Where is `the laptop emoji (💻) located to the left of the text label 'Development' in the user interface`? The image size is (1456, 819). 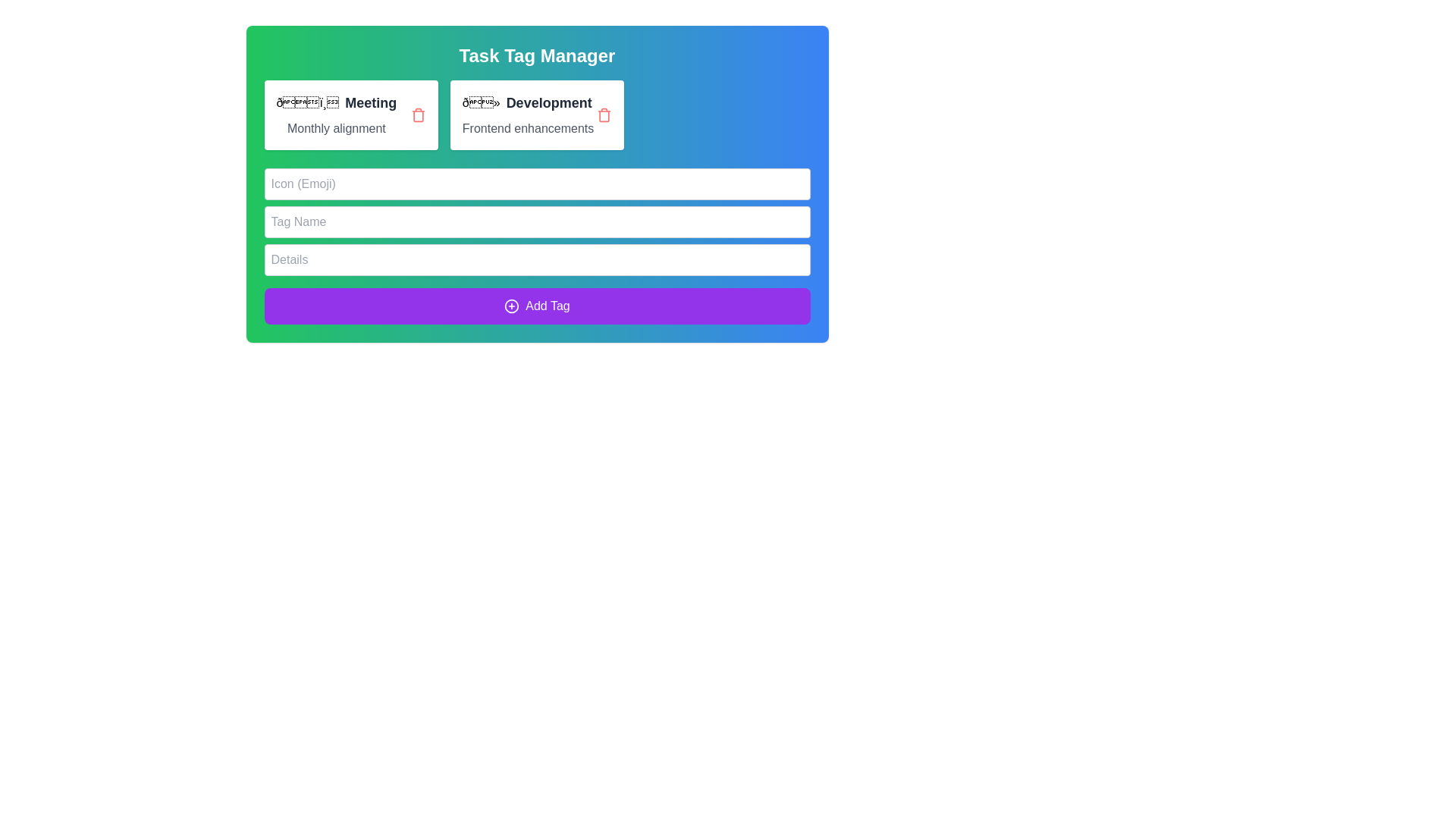 the laptop emoji (💻) located to the left of the text label 'Development' in the user interface is located at coordinates (480, 102).